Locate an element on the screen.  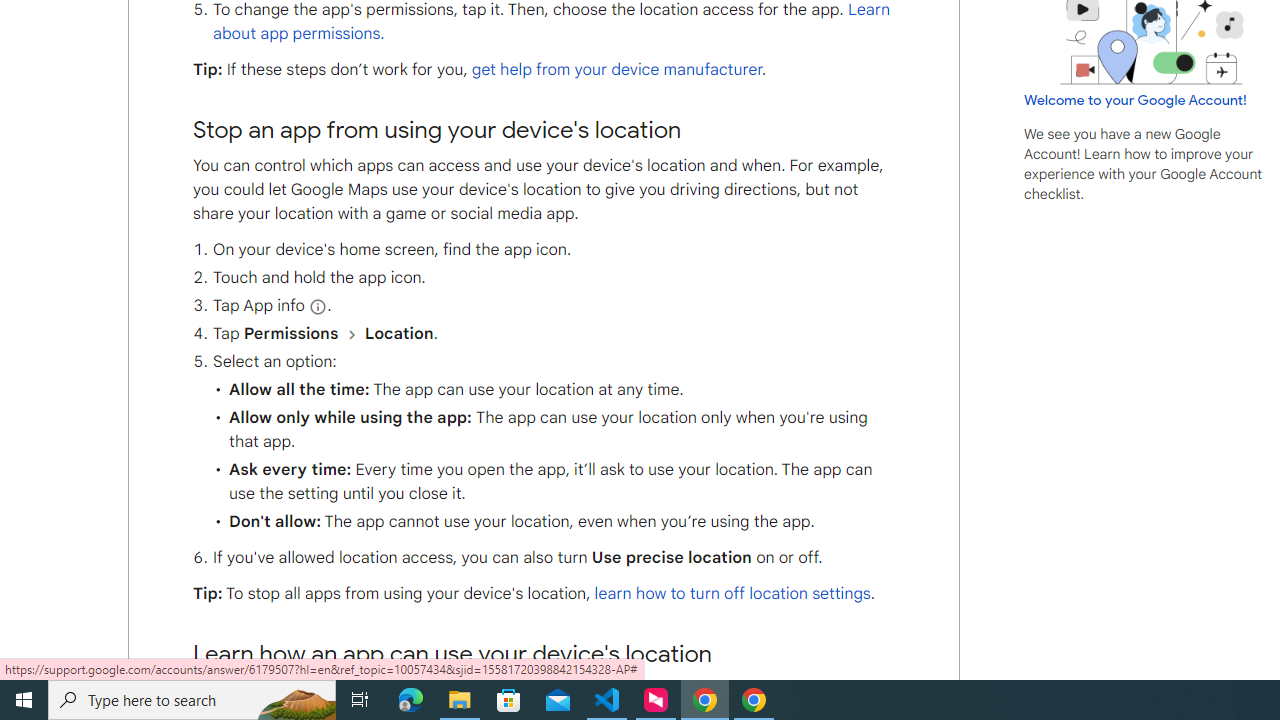
'get help from your device manufacturer' is located at coordinates (615, 68).